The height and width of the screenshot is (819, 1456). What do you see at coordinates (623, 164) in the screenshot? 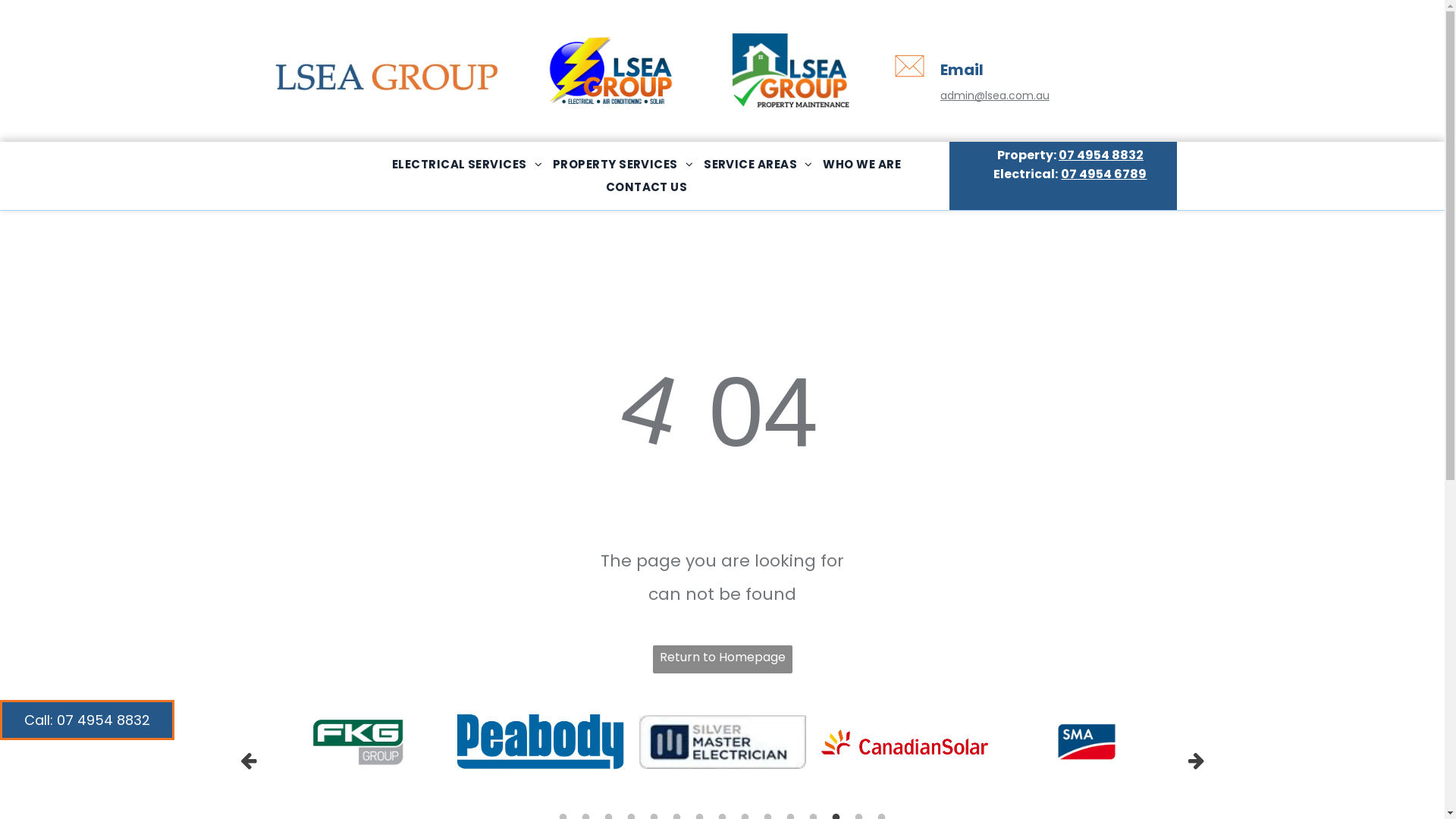
I see `'PROPERTY SERVICES'` at bounding box center [623, 164].